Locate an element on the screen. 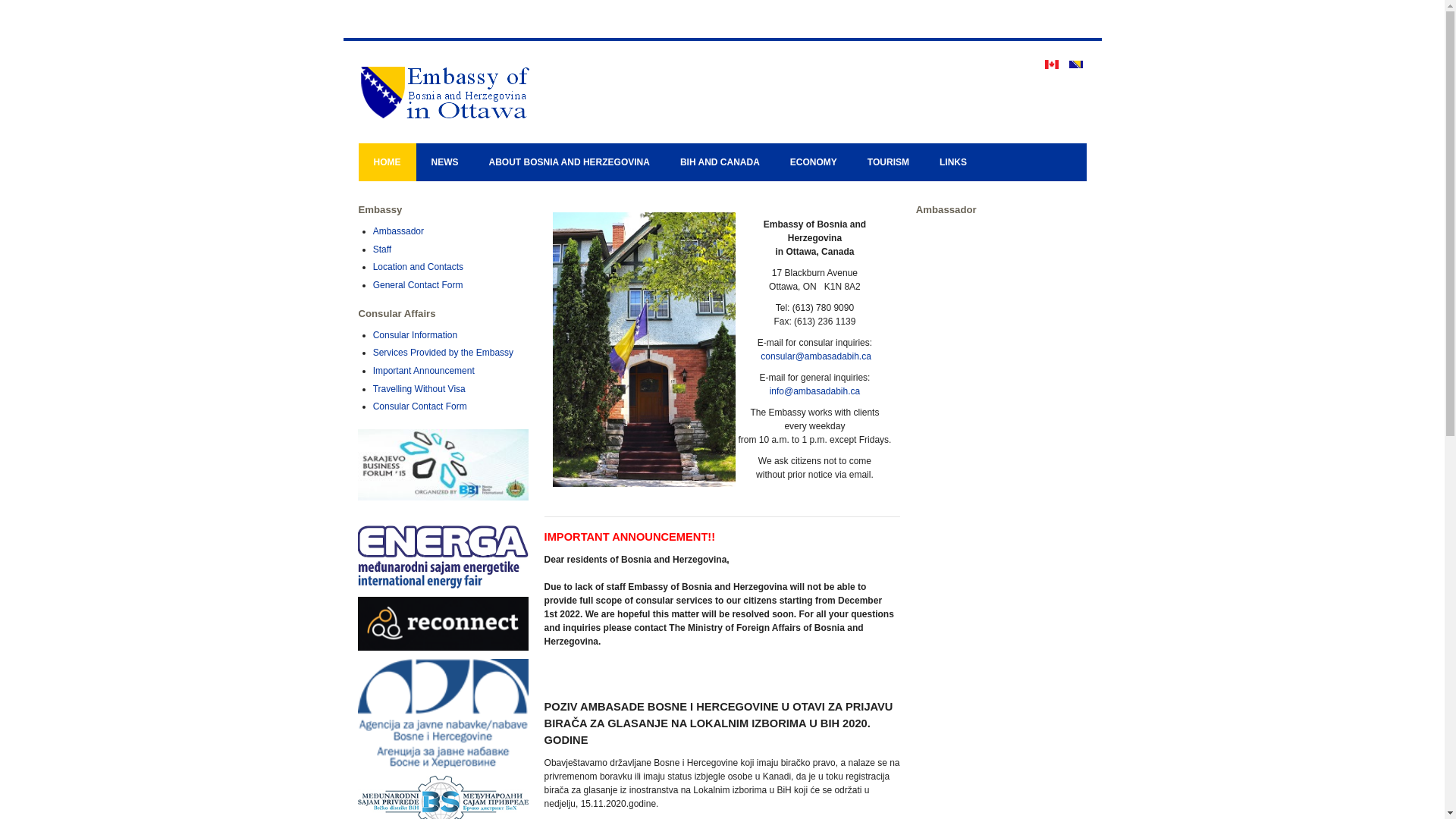 This screenshot has height=819, width=1456. 'consular@ambasadabih.ca' is located at coordinates (814, 356).